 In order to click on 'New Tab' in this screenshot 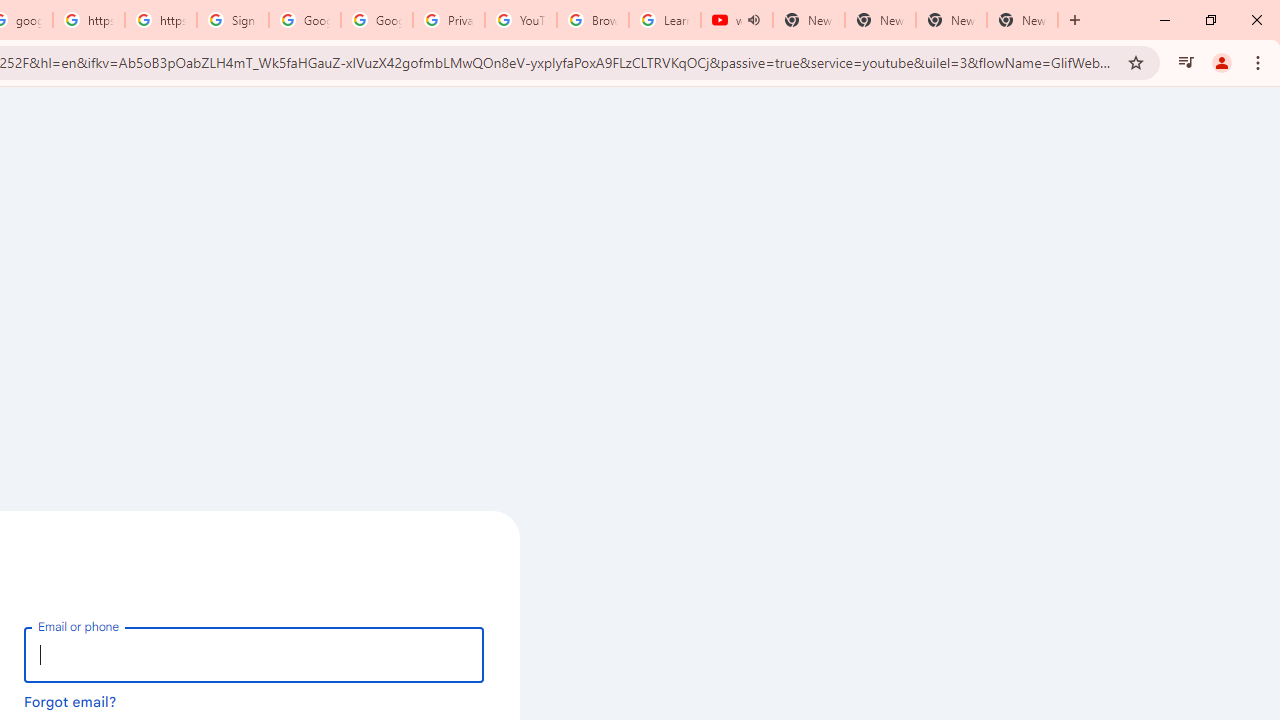, I will do `click(1022, 20)`.